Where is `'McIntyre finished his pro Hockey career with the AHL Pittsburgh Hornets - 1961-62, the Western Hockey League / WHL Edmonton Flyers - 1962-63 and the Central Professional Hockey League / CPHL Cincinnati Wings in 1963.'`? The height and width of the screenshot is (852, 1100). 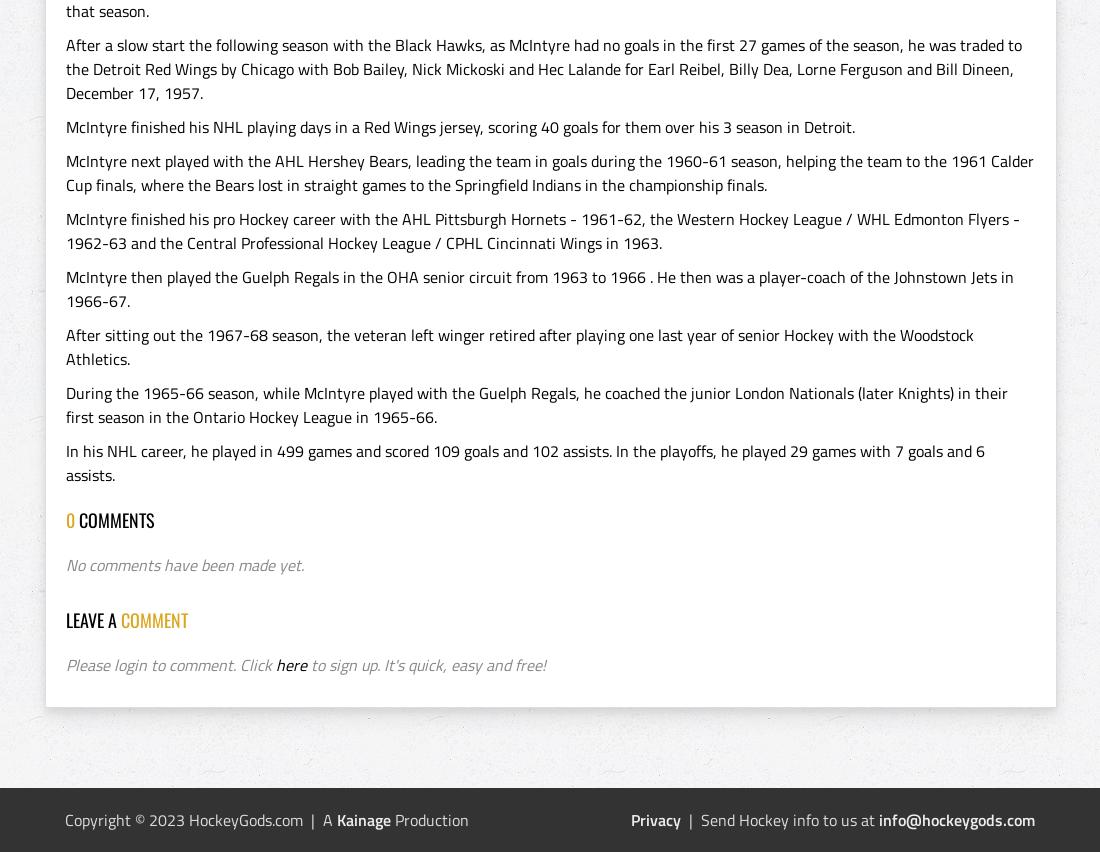 'McIntyre finished his pro Hockey career with the AHL Pittsburgh Hornets - 1961-62, the Western Hockey League / WHL Edmonton Flyers - 1962-63 and the Central Professional Hockey League / CPHL Cincinnati Wings in 1963.' is located at coordinates (65, 229).